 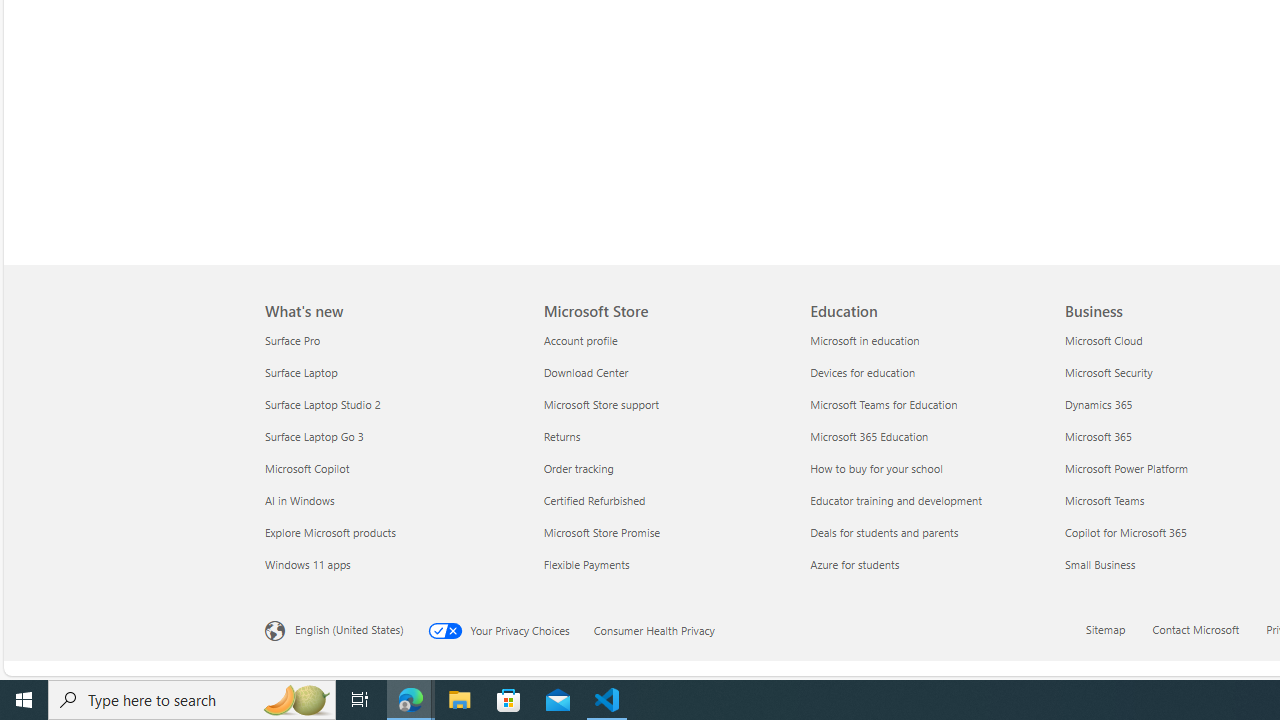 I want to click on 'Download Center Microsoft Store', so click(x=584, y=372).